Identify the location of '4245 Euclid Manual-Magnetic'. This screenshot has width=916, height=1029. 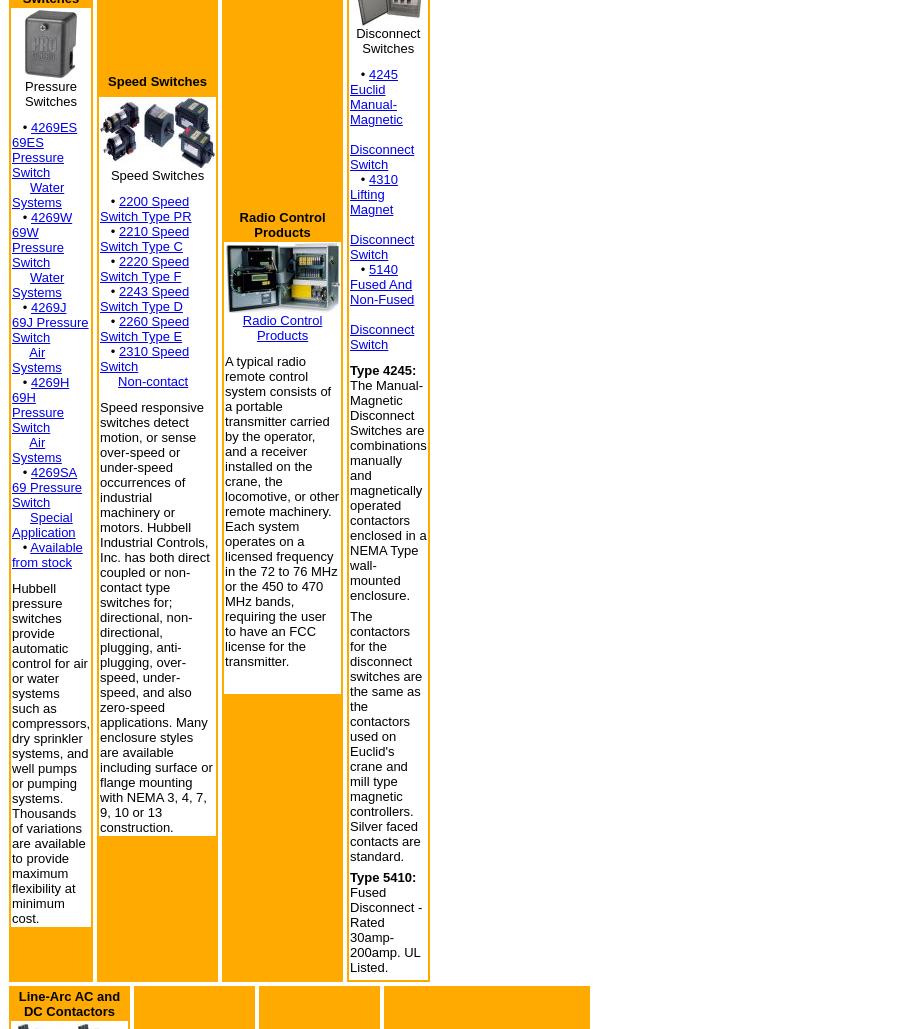
(376, 96).